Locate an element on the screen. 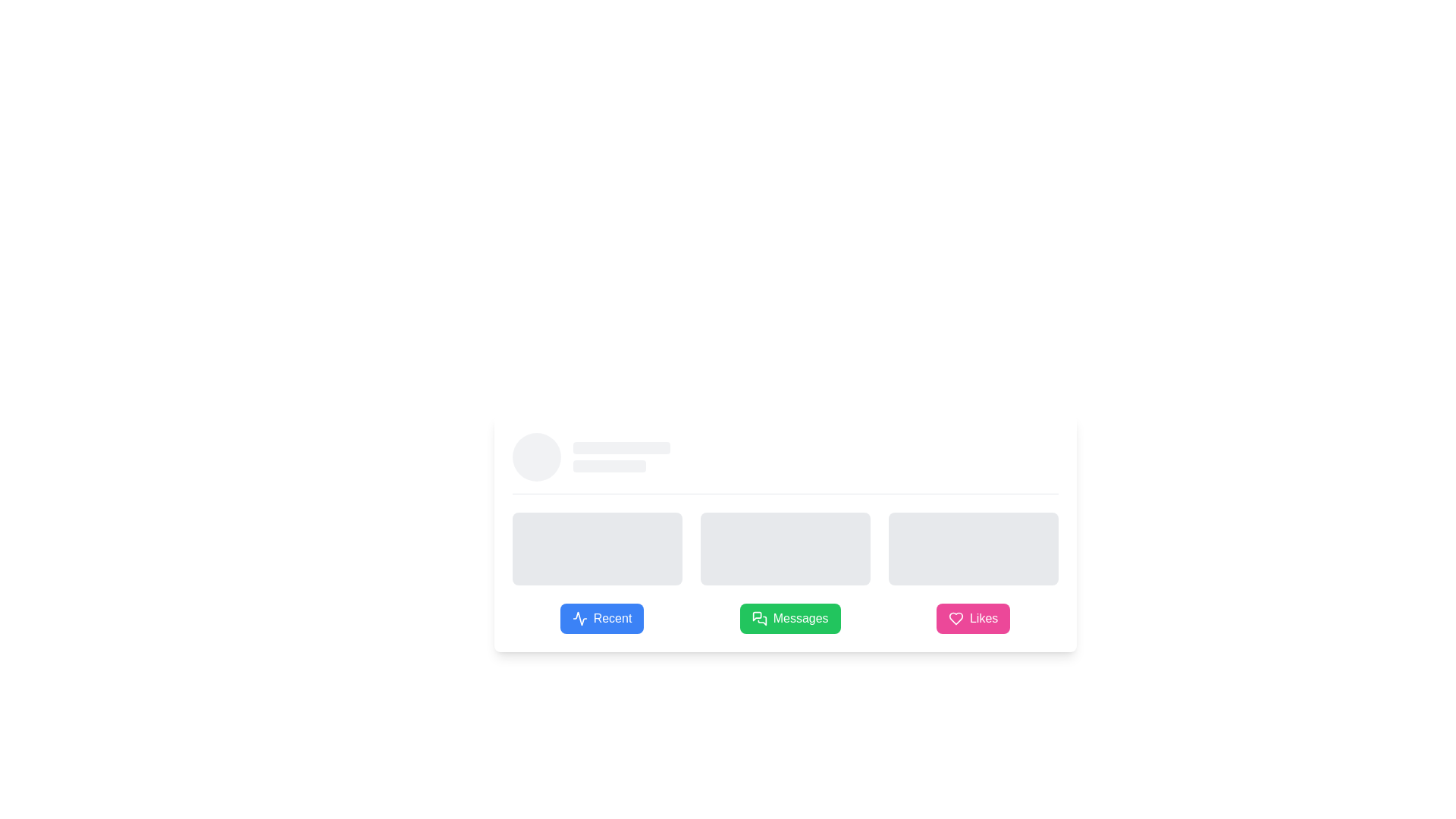 The image size is (1456, 819). the first rectangular placeholder with a light gray background in the grid layout, which is currently indicating a loading state is located at coordinates (596, 549).